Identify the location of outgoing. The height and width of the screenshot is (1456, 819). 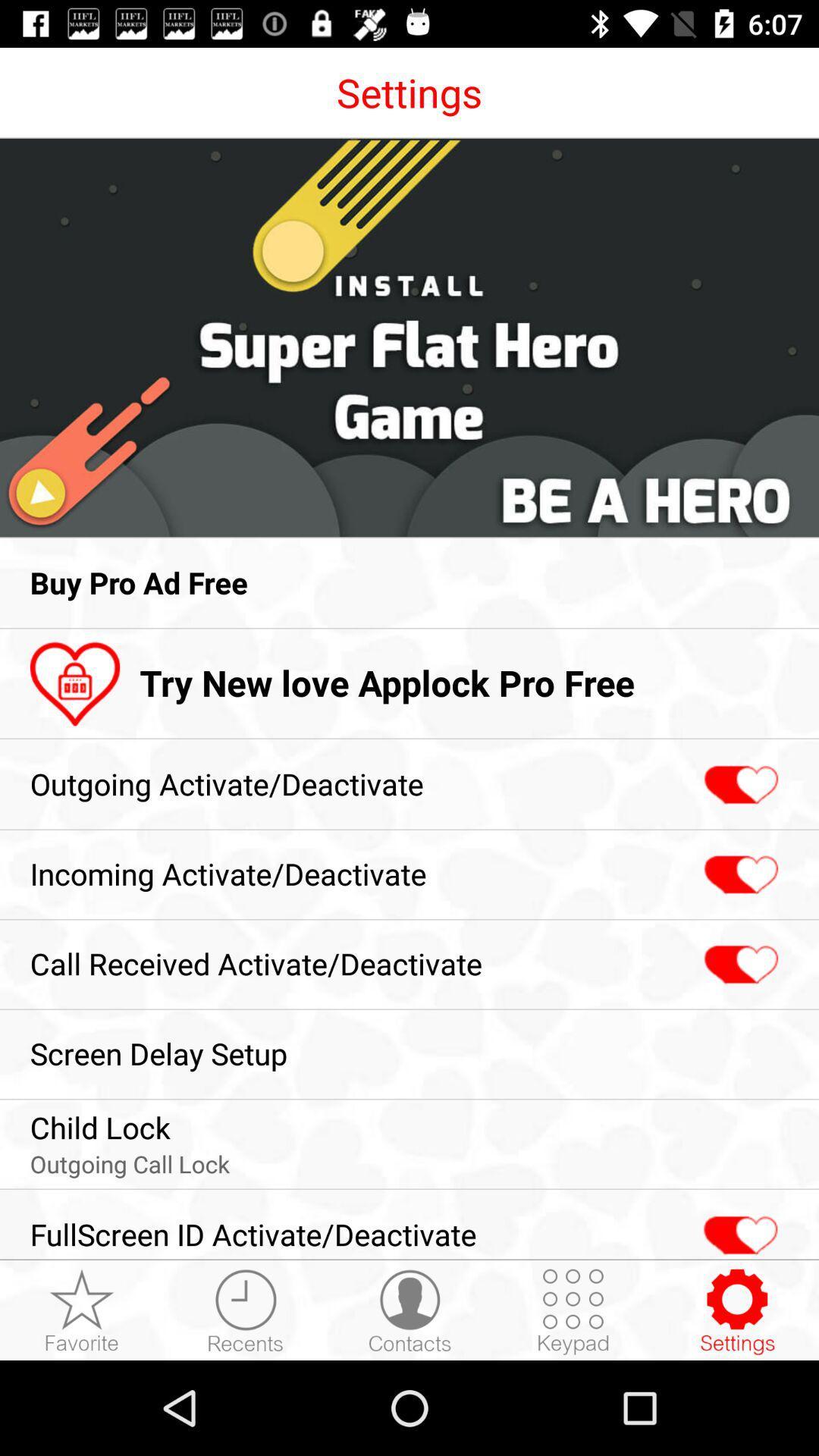
(739, 785).